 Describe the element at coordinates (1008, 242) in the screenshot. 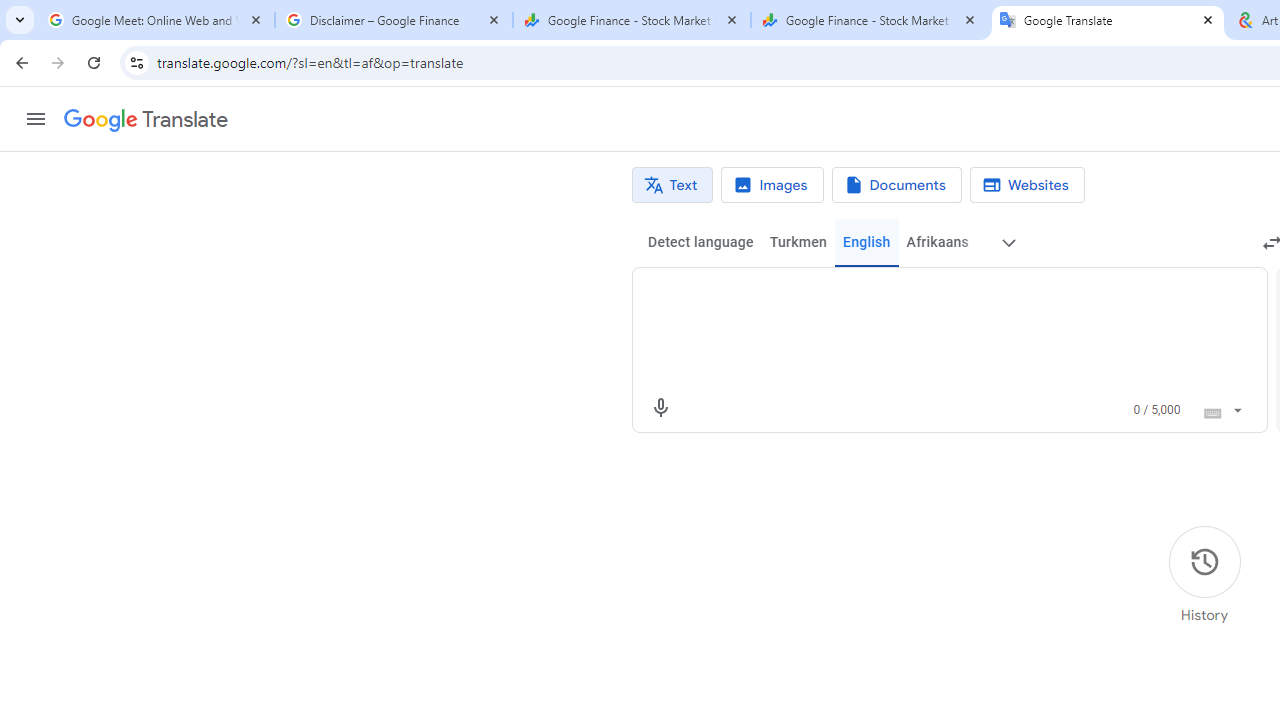

I see `'More source languages'` at that location.